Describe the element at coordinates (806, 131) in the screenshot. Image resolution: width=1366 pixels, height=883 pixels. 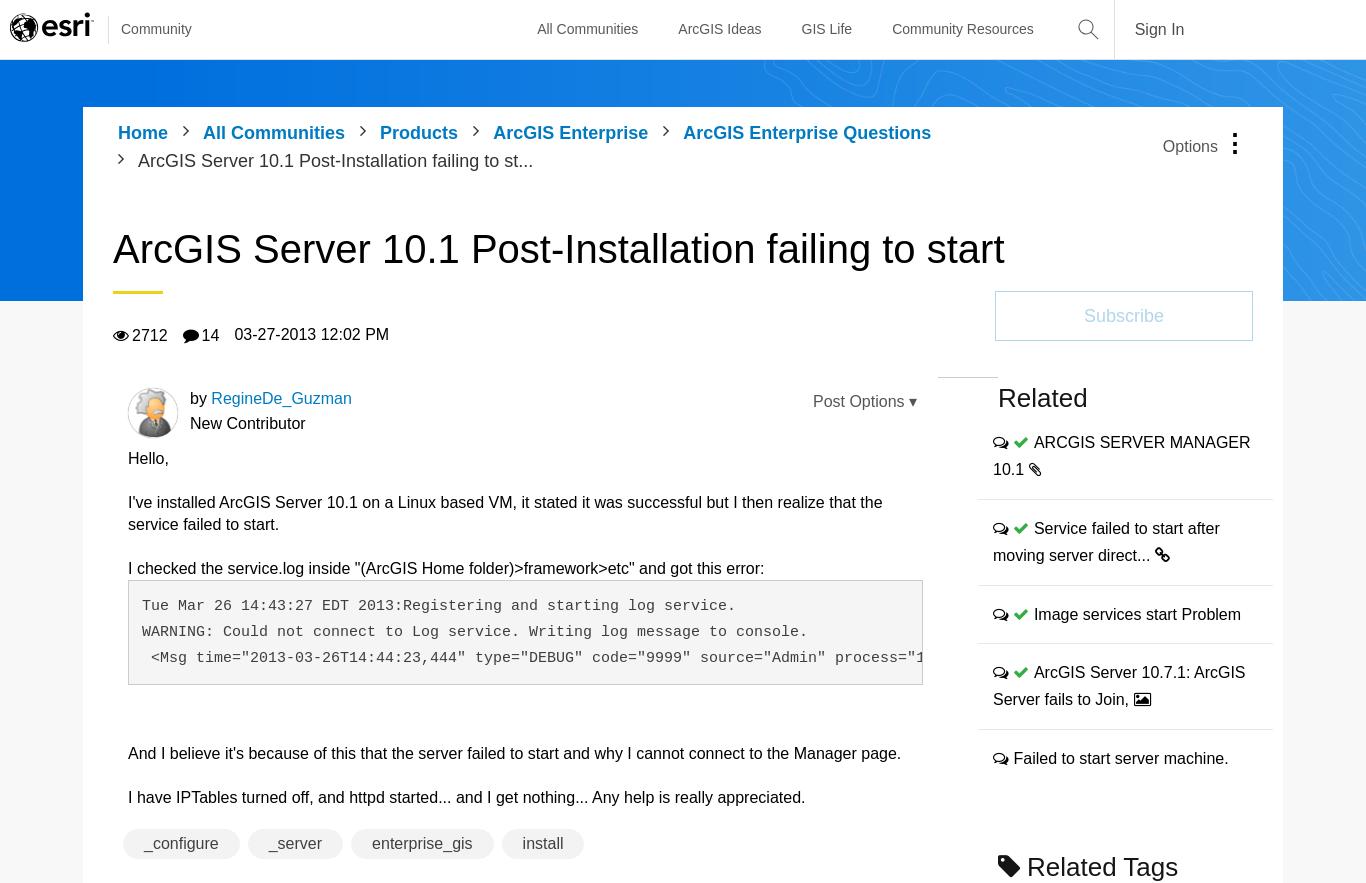
I see `'ArcGIS Enterprise Questions'` at that location.